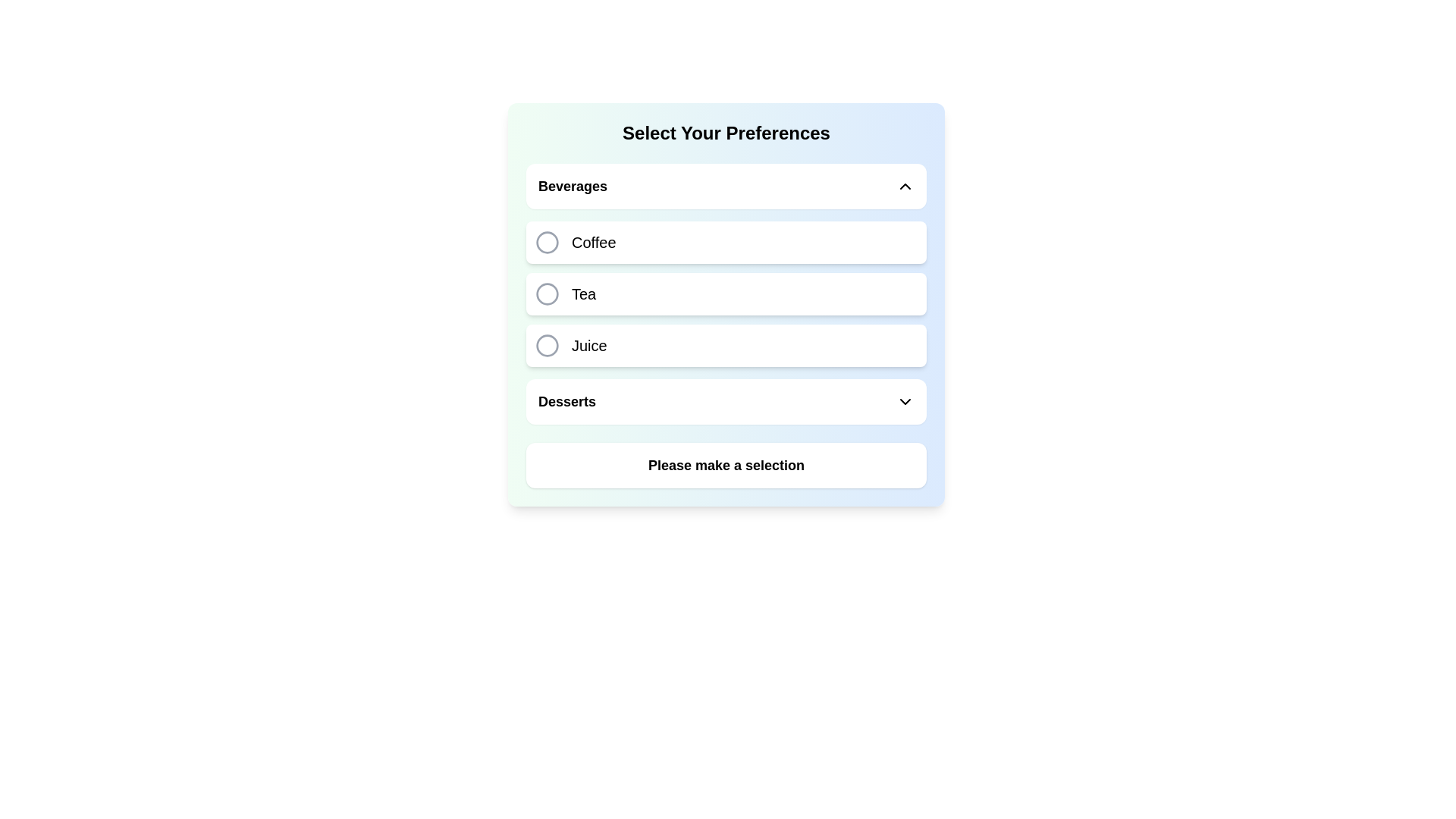 The image size is (1456, 819). I want to click on the 'Desserts' dropdown menu option, so click(726, 400).